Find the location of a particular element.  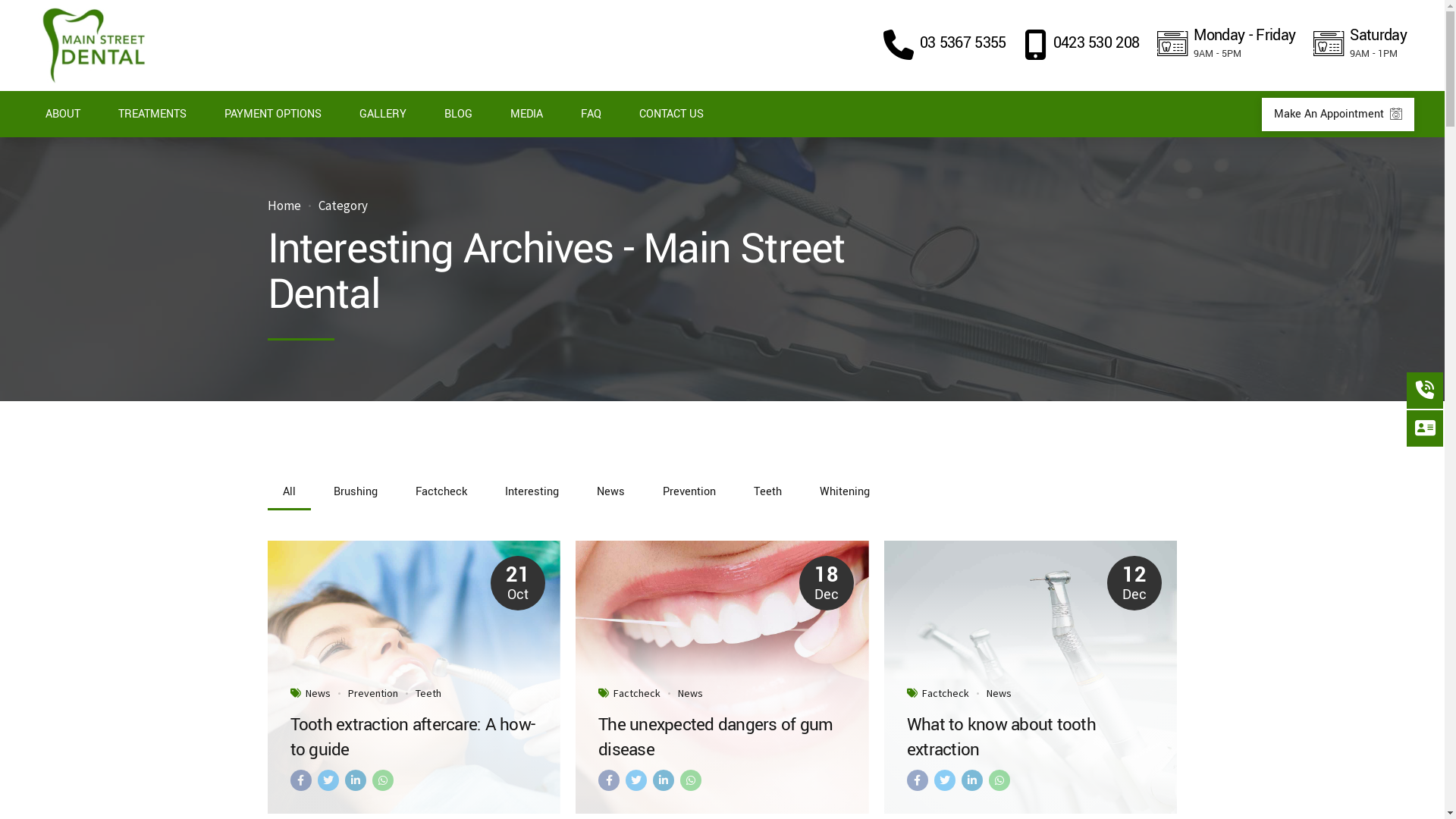

'Make An Appointment' is located at coordinates (1338, 113).